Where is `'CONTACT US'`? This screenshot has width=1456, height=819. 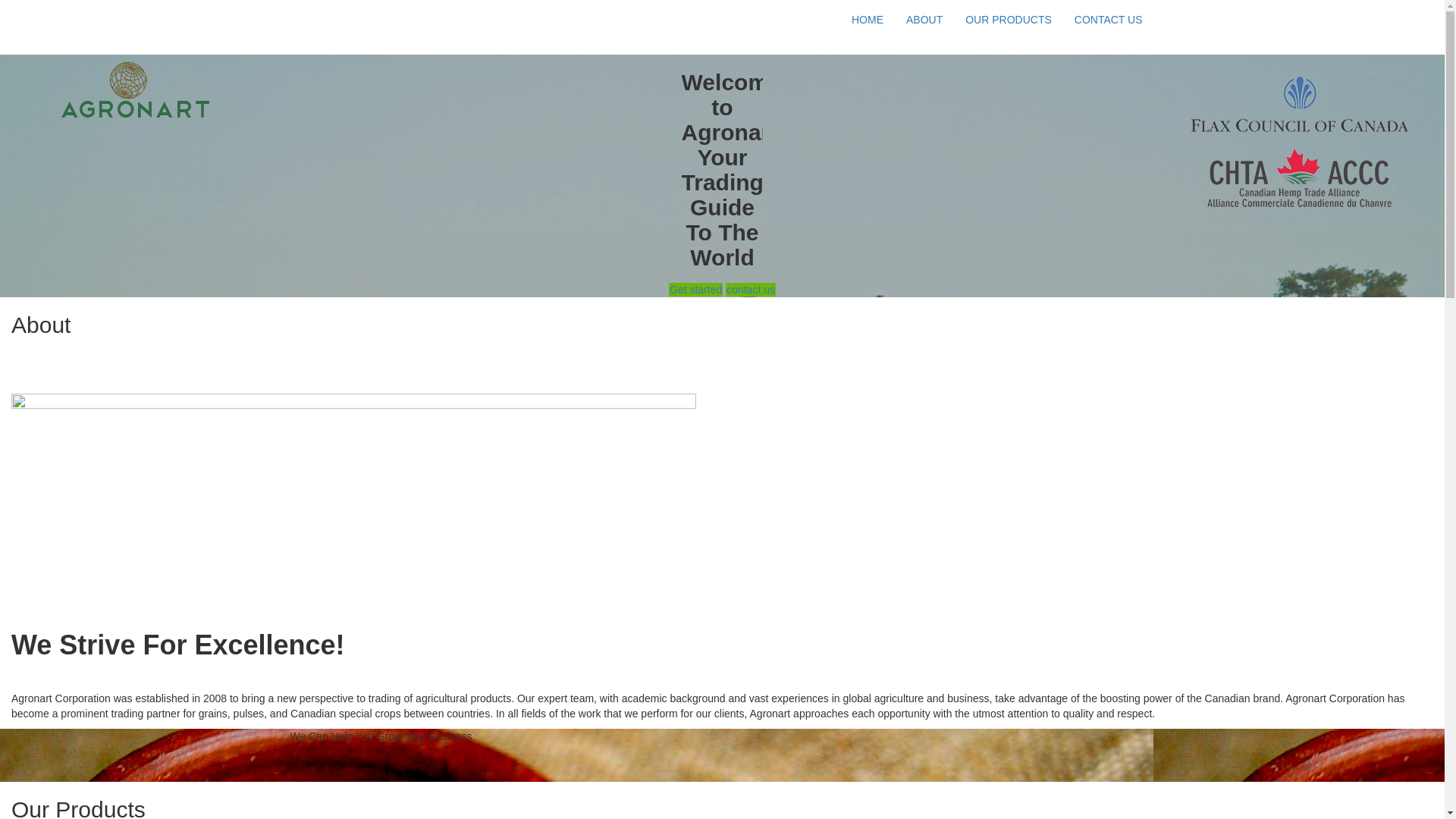 'CONTACT US' is located at coordinates (1109, 20).